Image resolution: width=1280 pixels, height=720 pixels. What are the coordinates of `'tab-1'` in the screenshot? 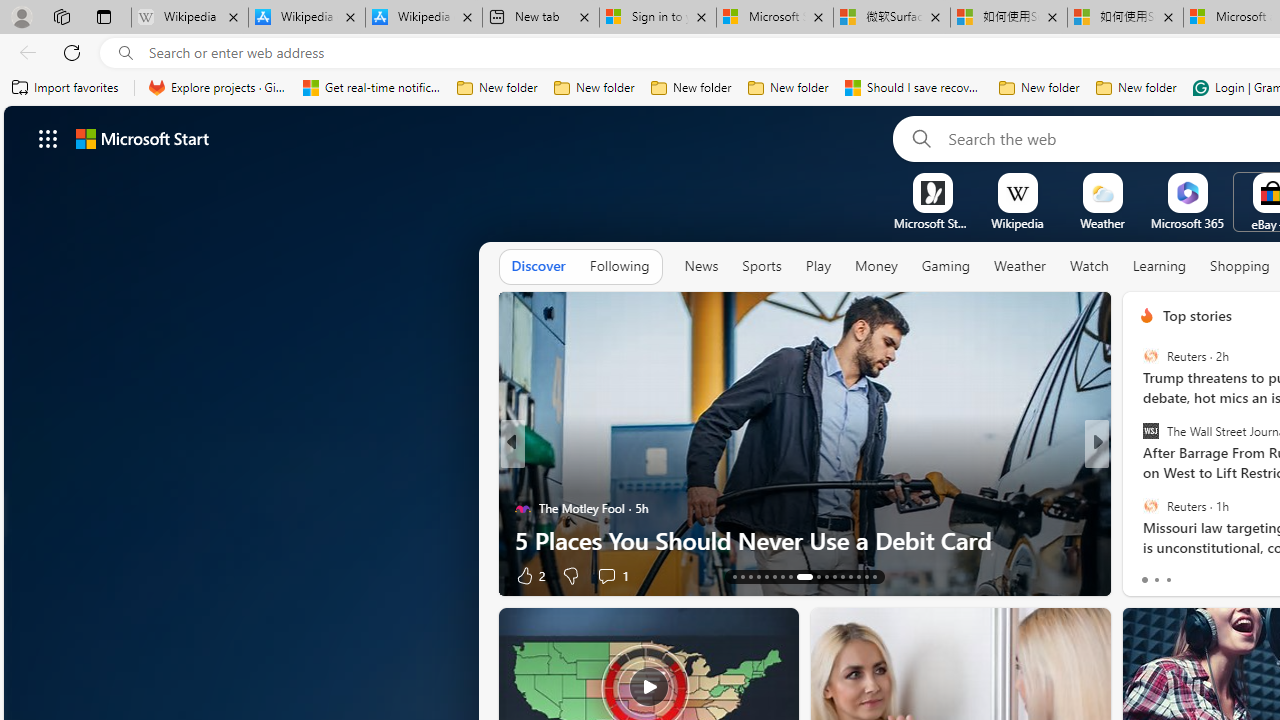 It's located at (1156, 579).